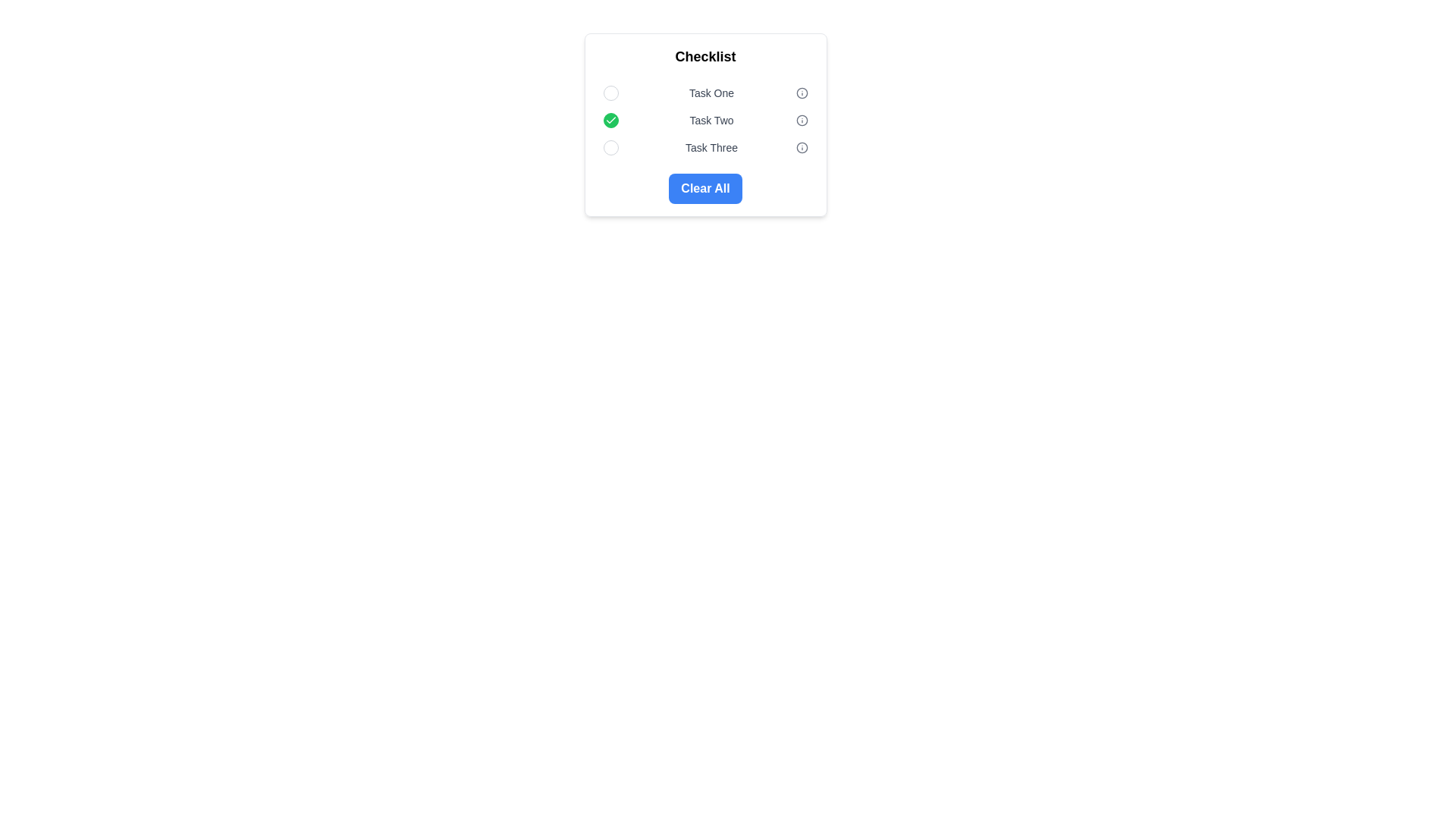 Image resolution: width=1456 pixels, height=819 pixels. Describe the element at coordinates (711, 93) in the screenshot. I see `the text label displaying 'Task One' in gray color, which is part of a checklist interface and positioned between a selection checkbox and an additional information icon` at that location.